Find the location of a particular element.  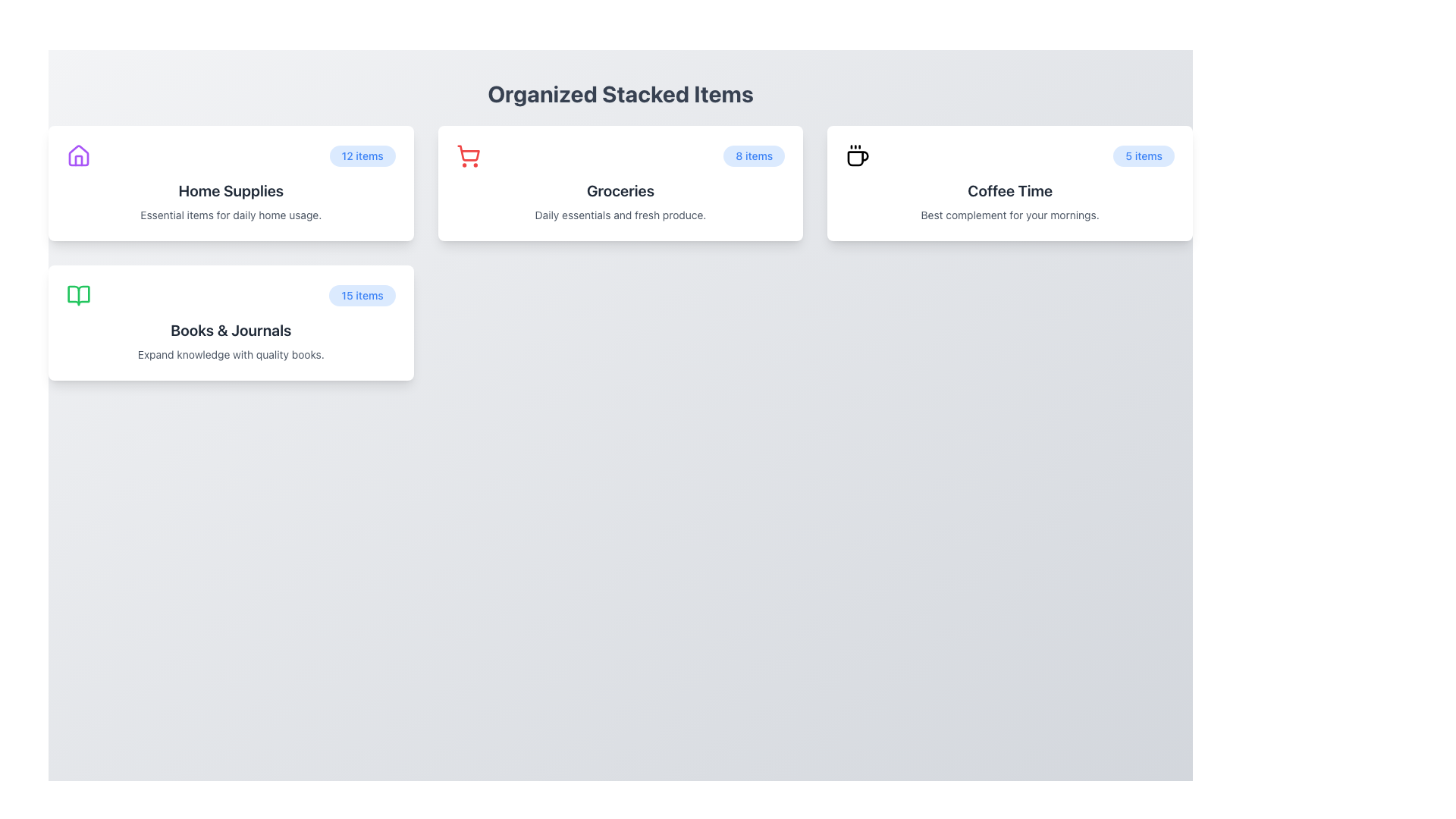

text label that serves as the title for the first card in the grid layout, located centrally below the '12 items' badge and above the description text is located at coordinates (230, 190).